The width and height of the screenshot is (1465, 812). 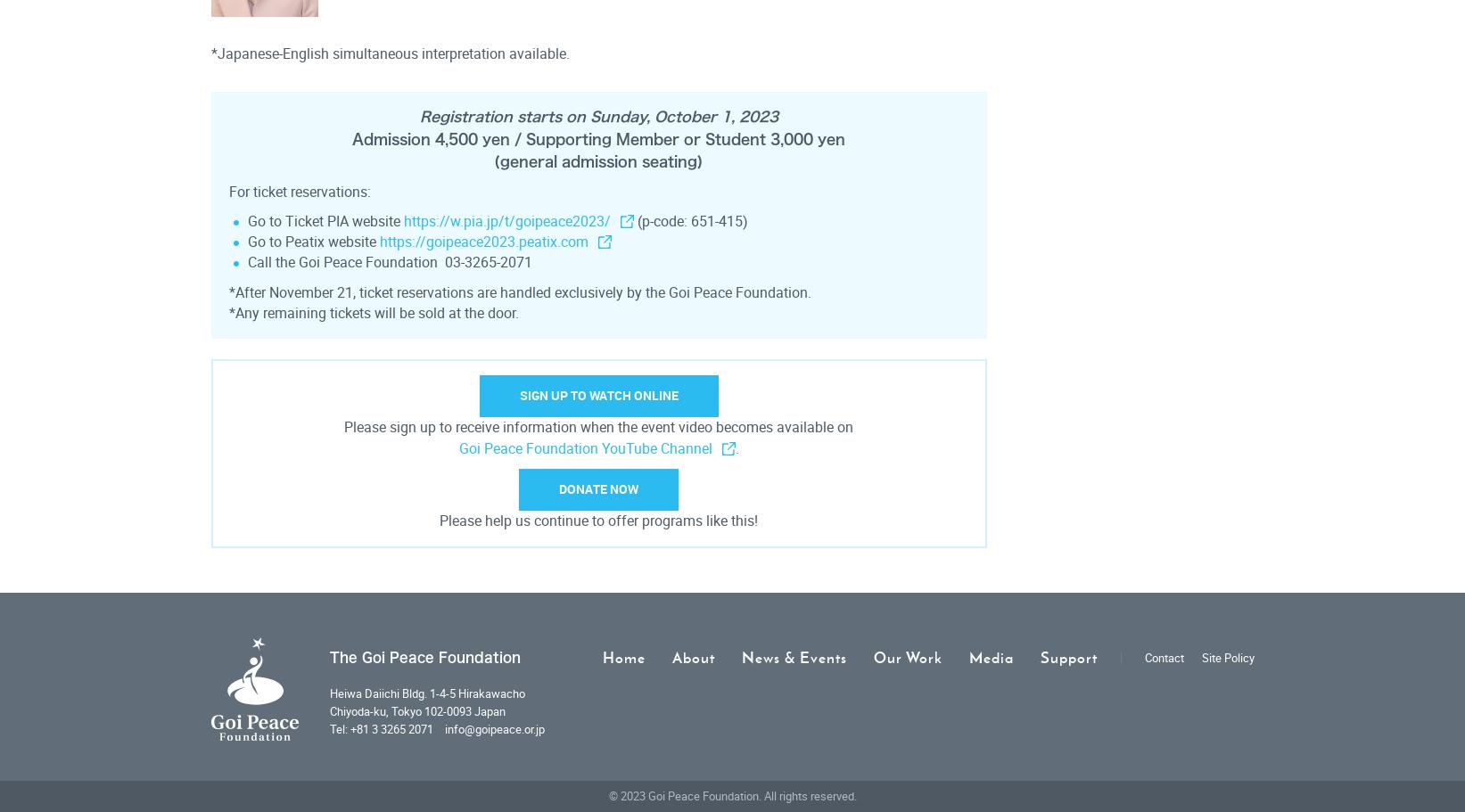 What do you see at coordinates (1164, 656) in the screenshot?
I see `'Contact'` at bounding box center [1164, 656].